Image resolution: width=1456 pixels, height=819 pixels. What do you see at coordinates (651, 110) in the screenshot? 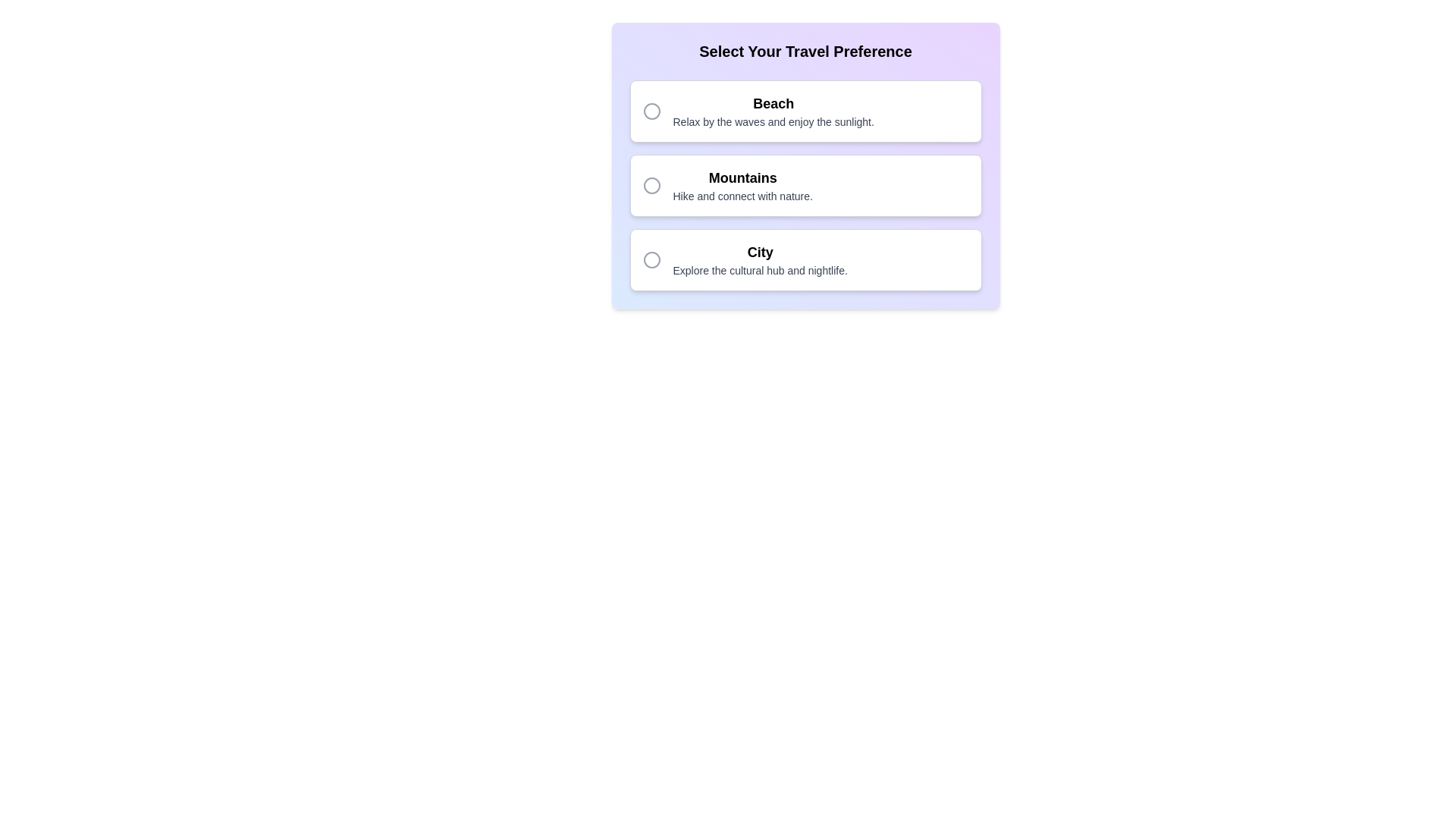
I see `the radio button element for the 'Beach' option` at bounding box center [651, 110].